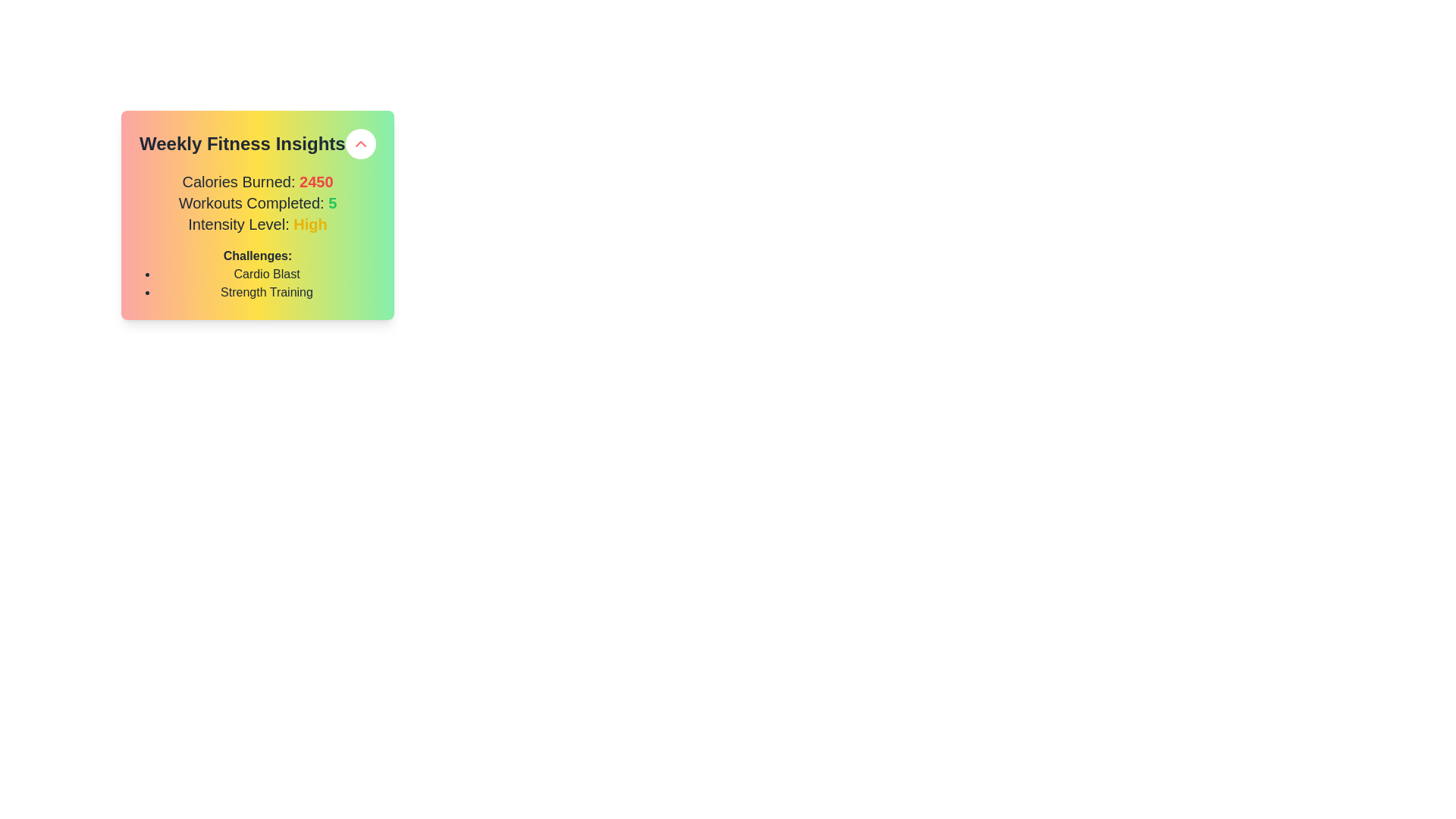  What do you see at coordinates (258, 202) in the screenshot?
I see `contents of the Text block displaying detailed fitness metrics, which is the first major block of informational text within the 'Weekly Fitness Insights' section` at bounding box center [258, 202].